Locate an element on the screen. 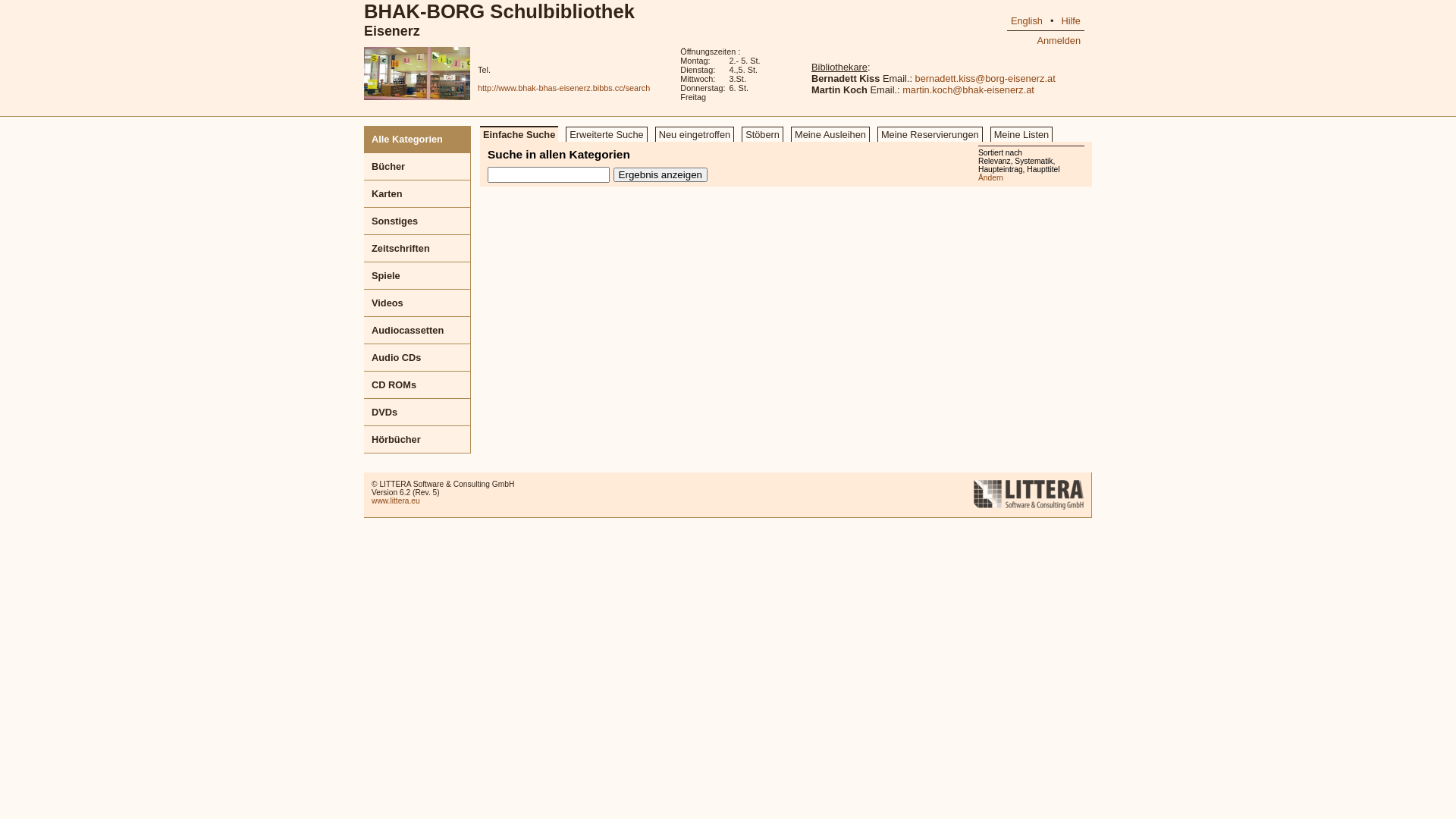 Image resolution: width=1456 pixels, height=819 pixels. 'bernadett.kiss@borg-eisenerz.at' is located at coordinates (914, 78).